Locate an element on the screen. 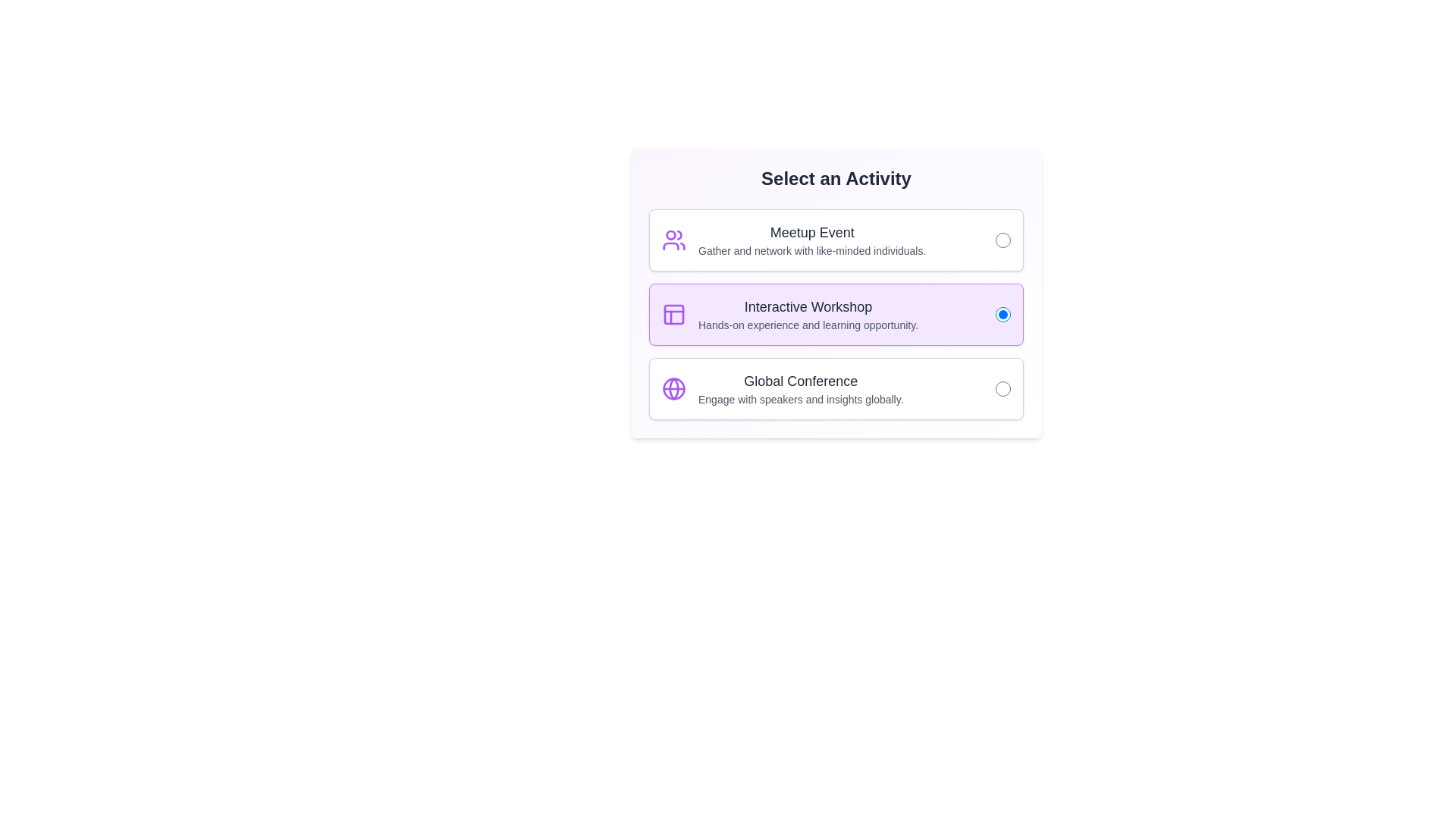 This screenshot has width=1456, height=819. the selection item titled 'Global Conference', which features a globe icon on the left and a radio button on the right is located at coordinates (836, 388).